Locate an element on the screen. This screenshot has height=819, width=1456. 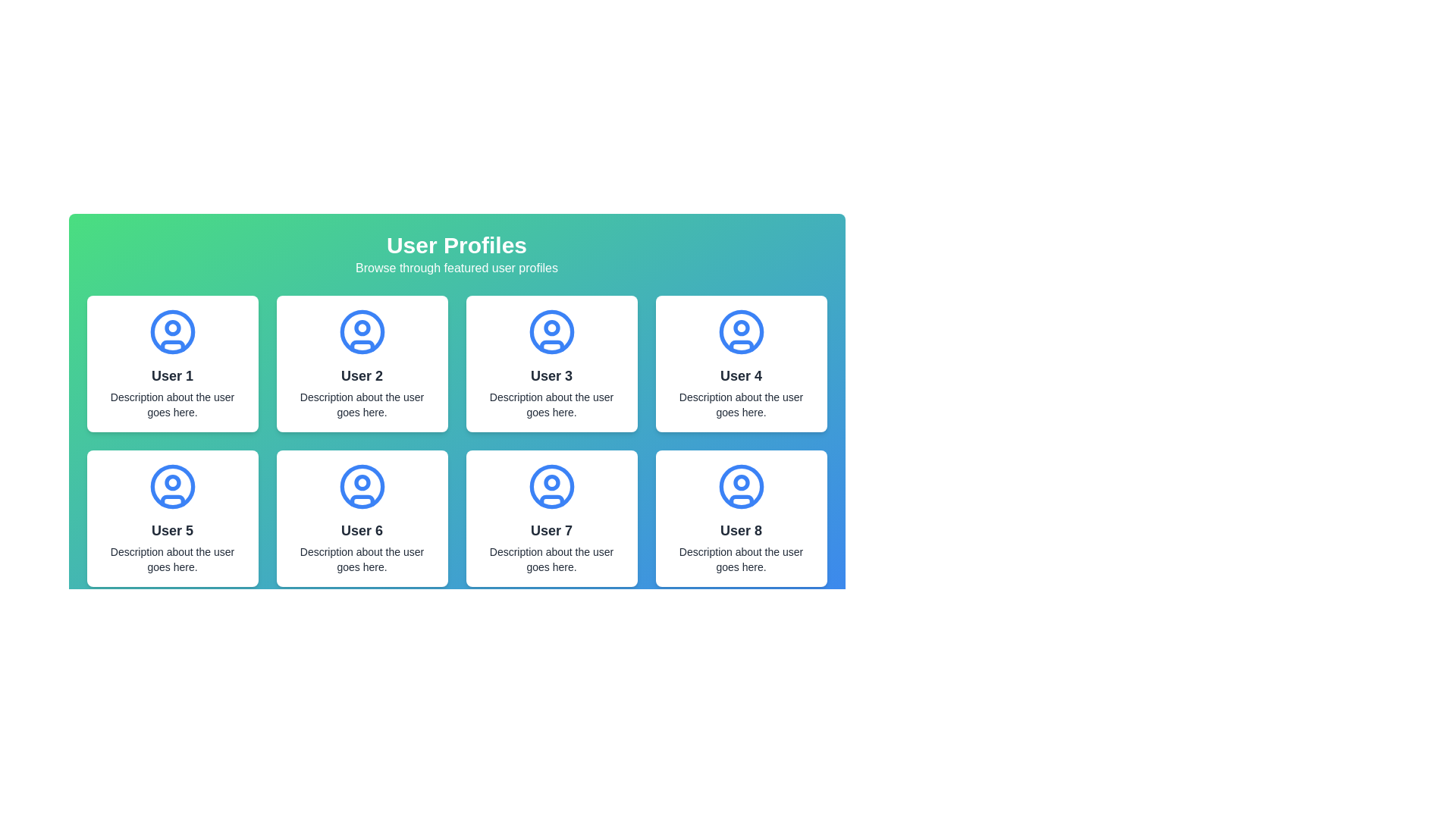
the SVG Circle element that represents the outer border of the user profile icon for User 1 in the top-left user card is located at coordinates (172, 331).